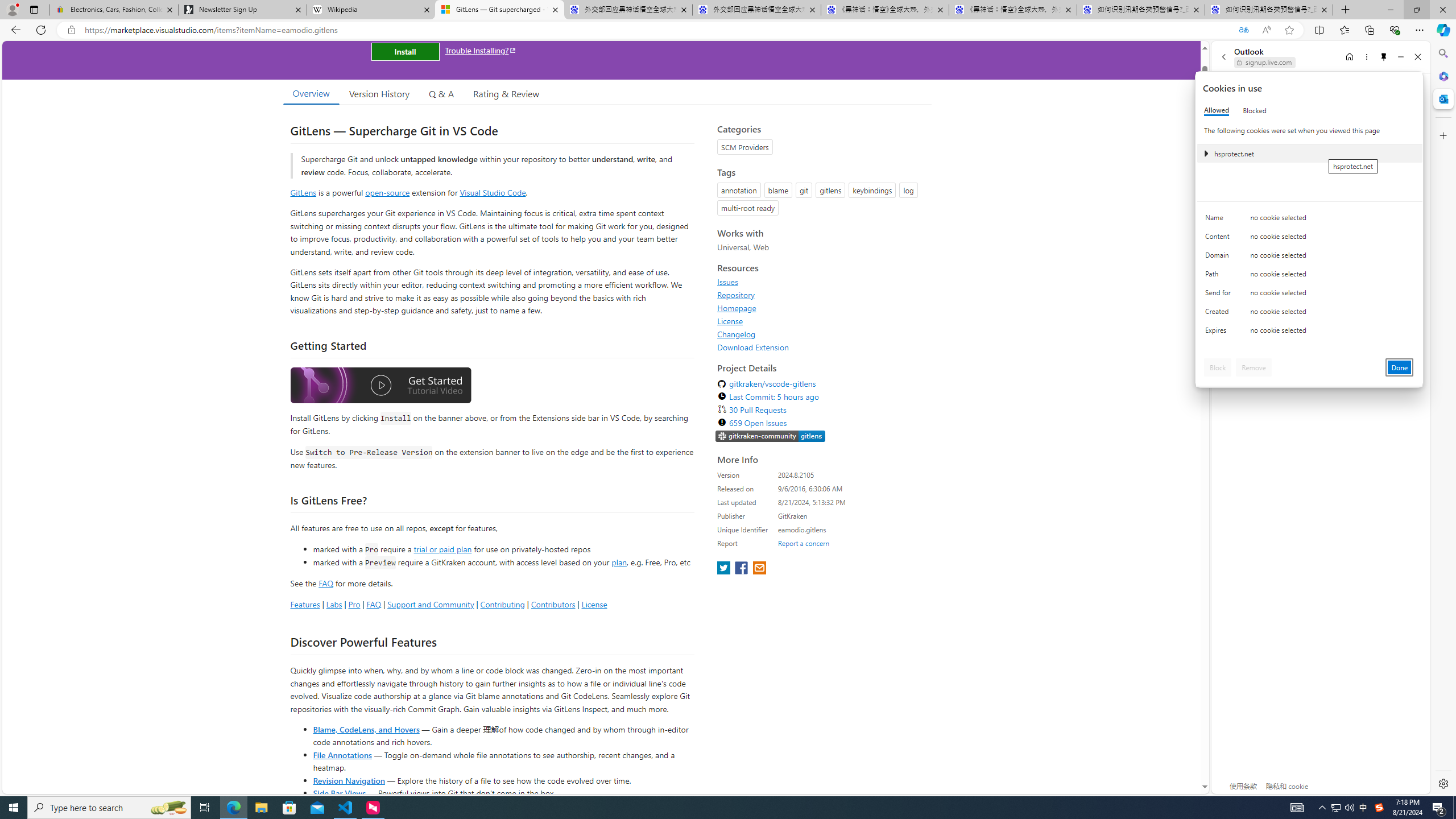 The image size is (1456, 819). Describe the element at coordinates (1254, 367) in the screenshot. I see `'Remove'` at that location.